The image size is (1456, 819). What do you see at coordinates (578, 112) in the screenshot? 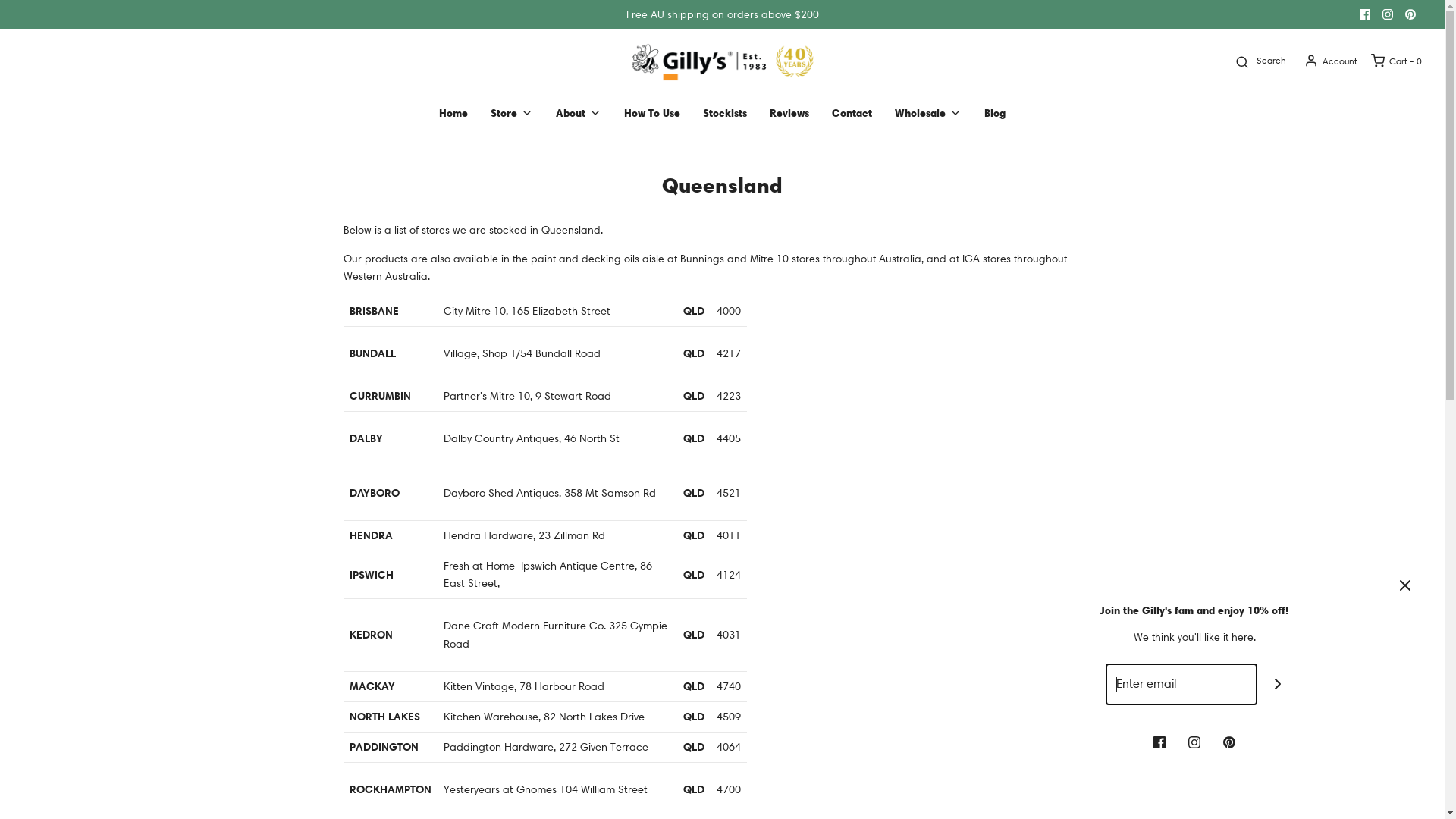
I see `'About'` at bounding box center [578, 112].